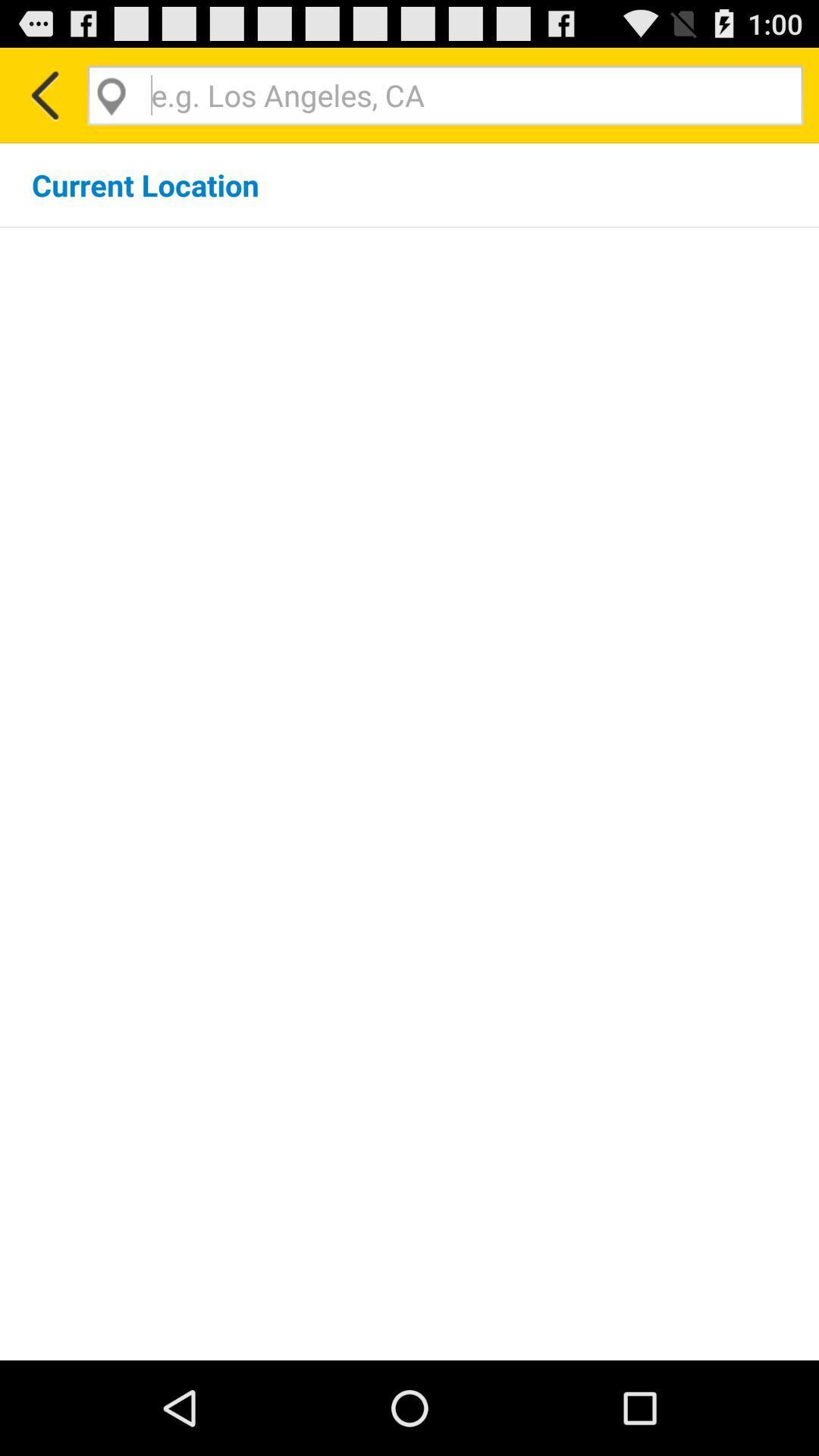  I want to click on the item above current location icon, so click(42, 94).